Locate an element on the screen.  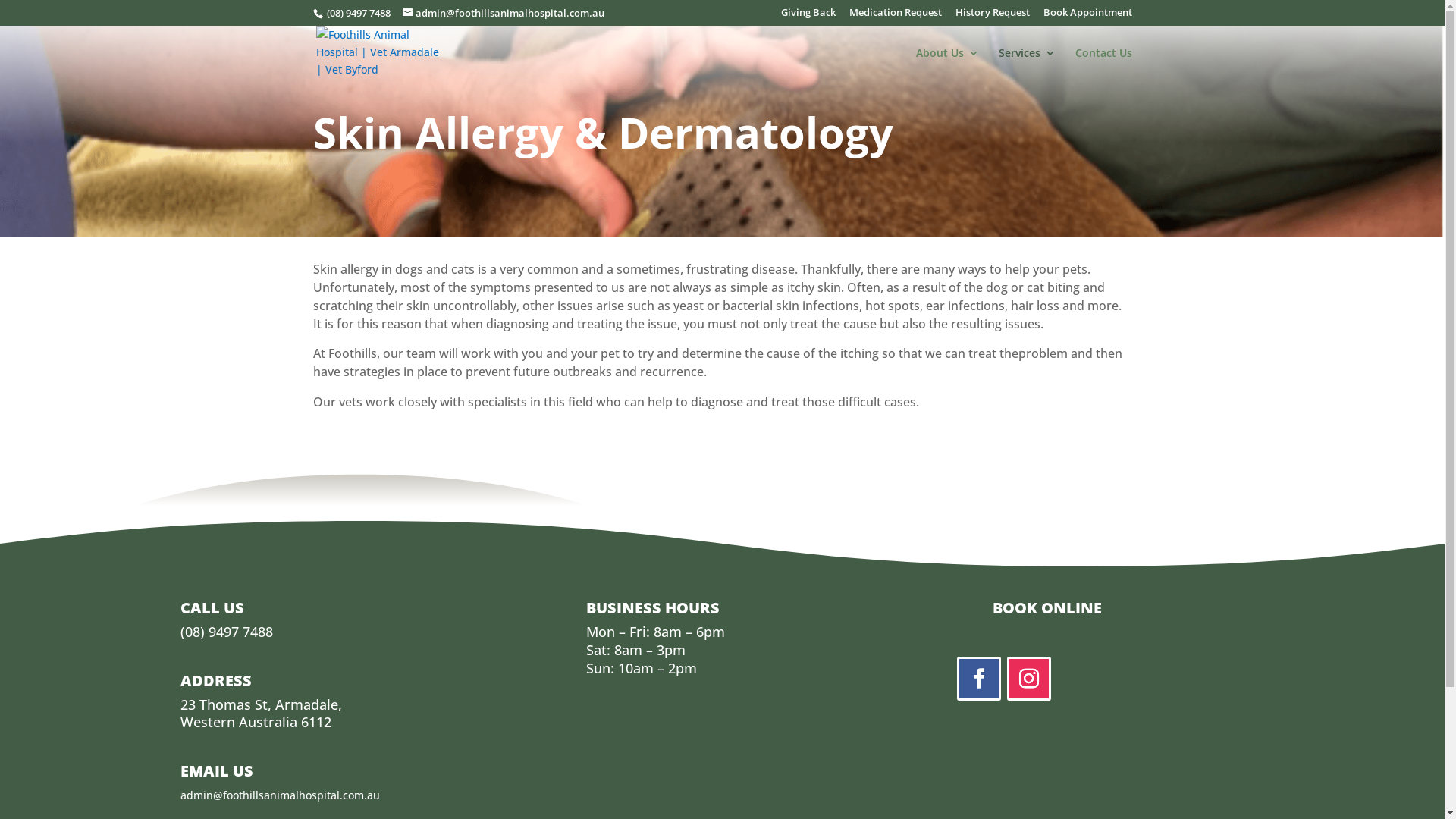
'Contact Us' is located at coordinates (1103, 64).